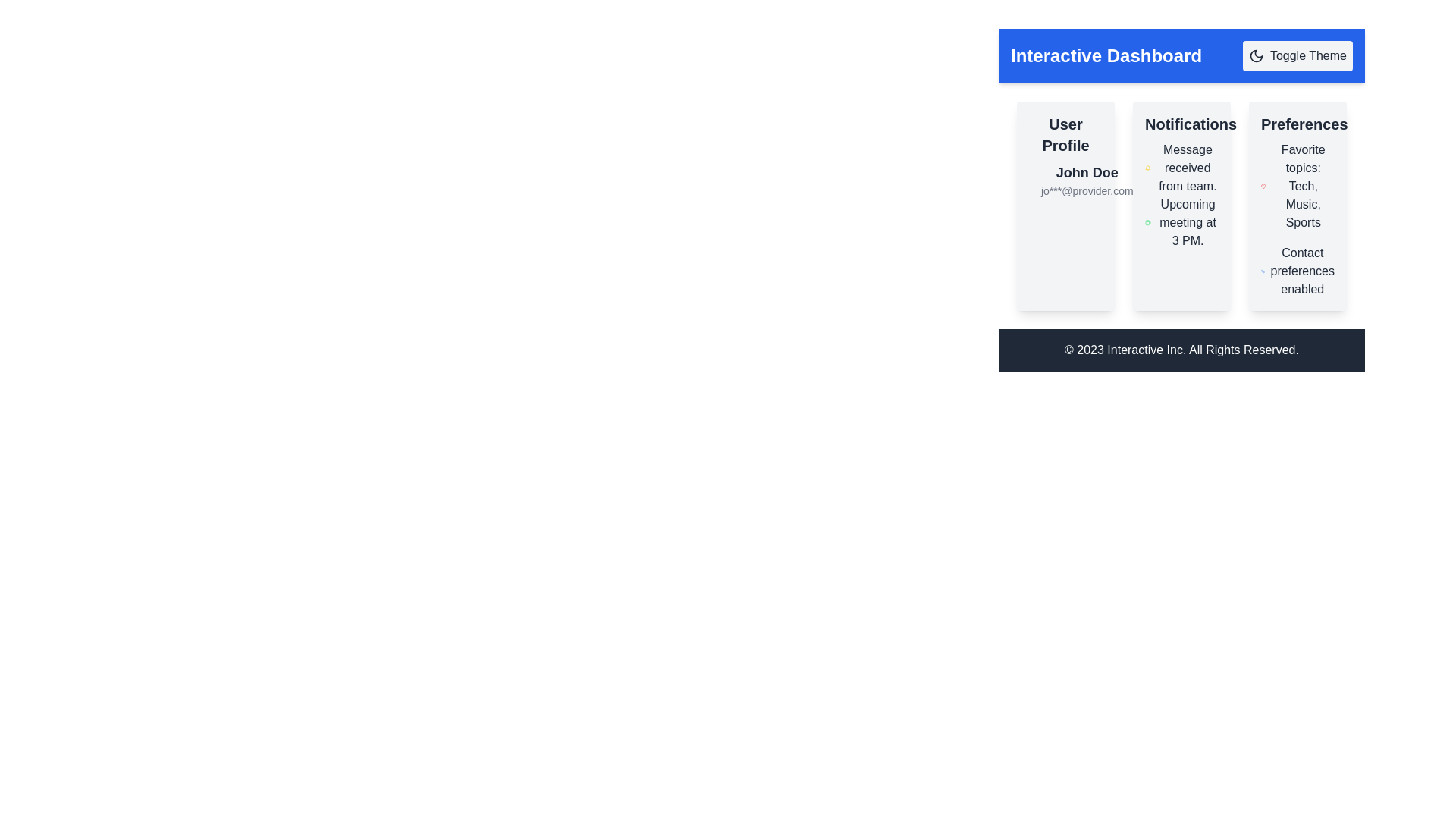 This screenshot has height=819, width=1456. What do you see at coordinates (1263, 186) in the screenshot?
I see `the small red heart icon indicating 'like' or 'favorite', located to the left of the text 'Favorite topics: Tech, Music, Sports'` at bounding box center [1263, 186].